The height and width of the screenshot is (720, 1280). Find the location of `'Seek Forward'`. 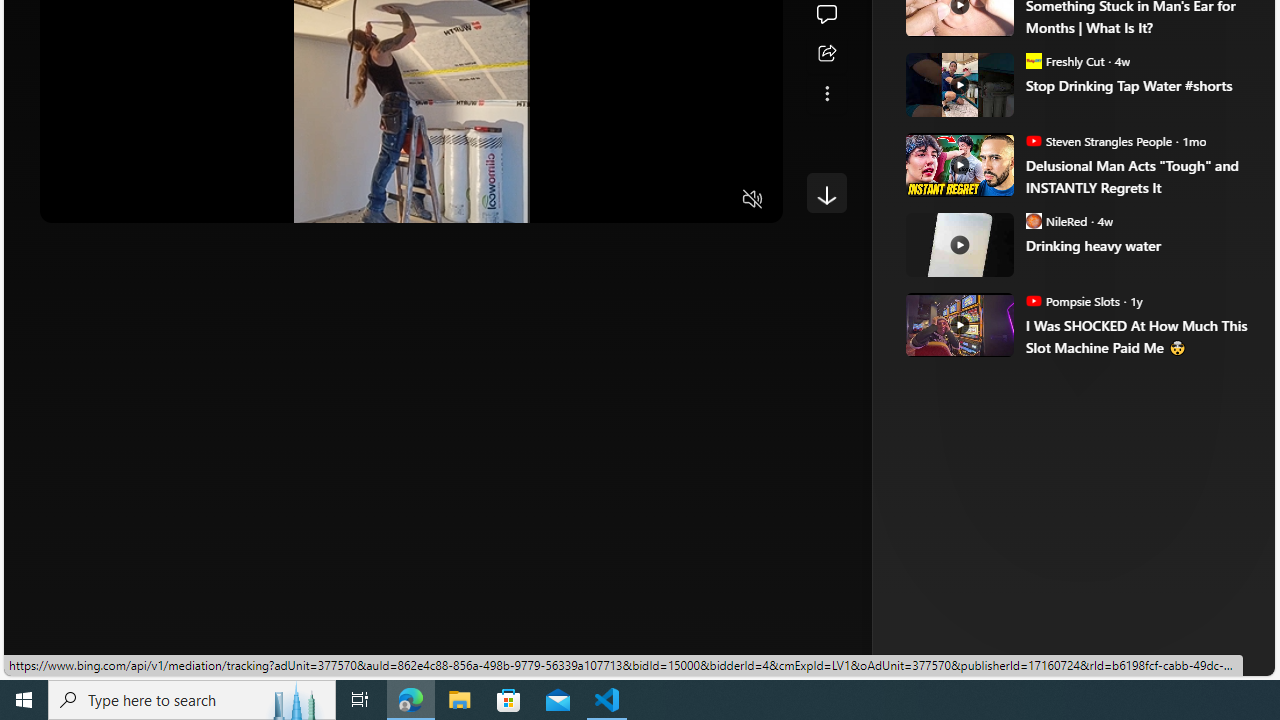

'Seek Forward' is located at coordinates (149, 200).